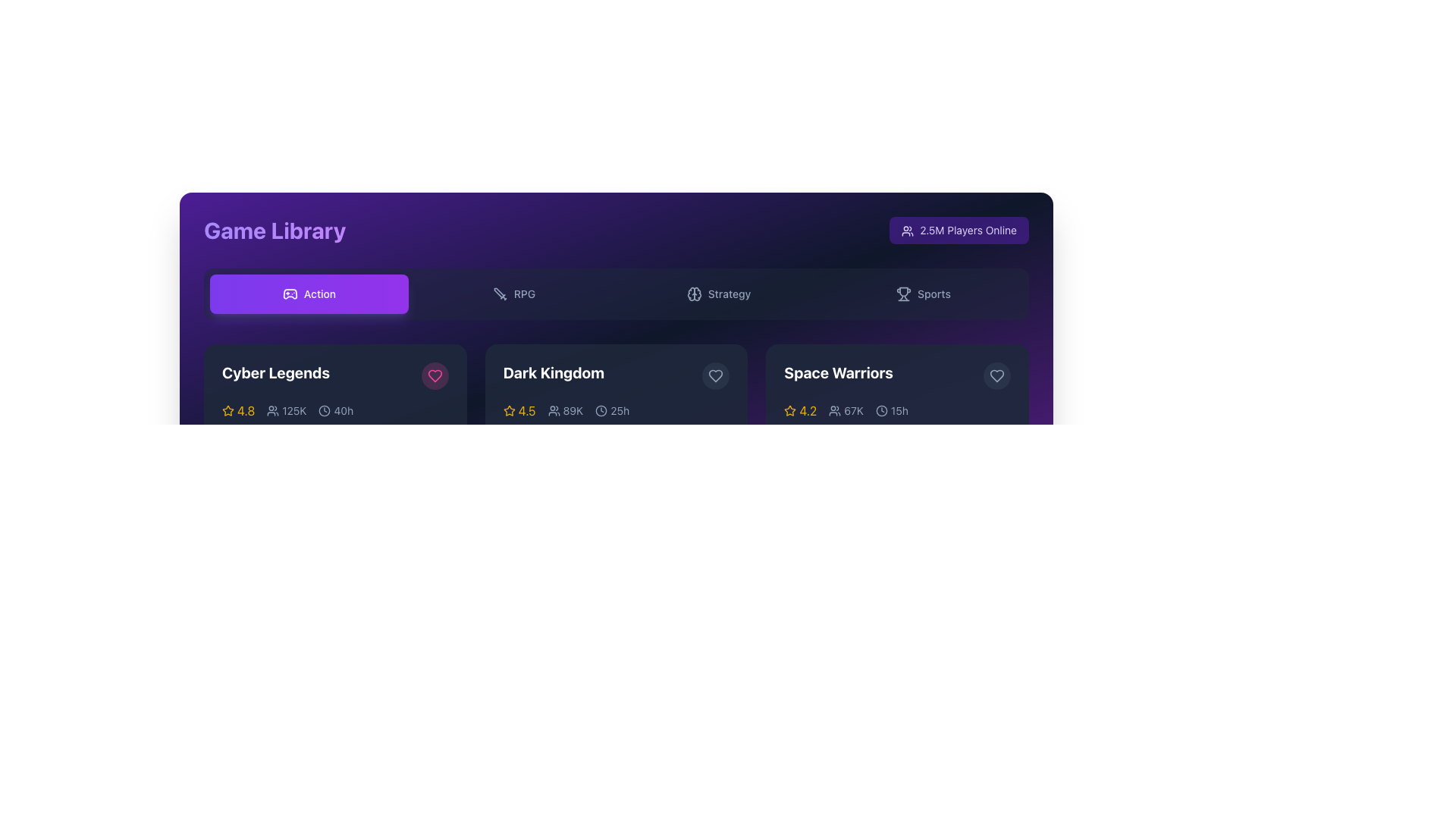 Image resolution: width=1456 pixels, height=819 pixels. What do you see at coordinates (693, 294) in the screenshot?
I see `the brain-like SVG icon representation for the 'Strategy' category button, which is positioned in the horizontal menu, to the right of 'RPG' and to the left of 'Sports'` at bounding box center [693, 294].